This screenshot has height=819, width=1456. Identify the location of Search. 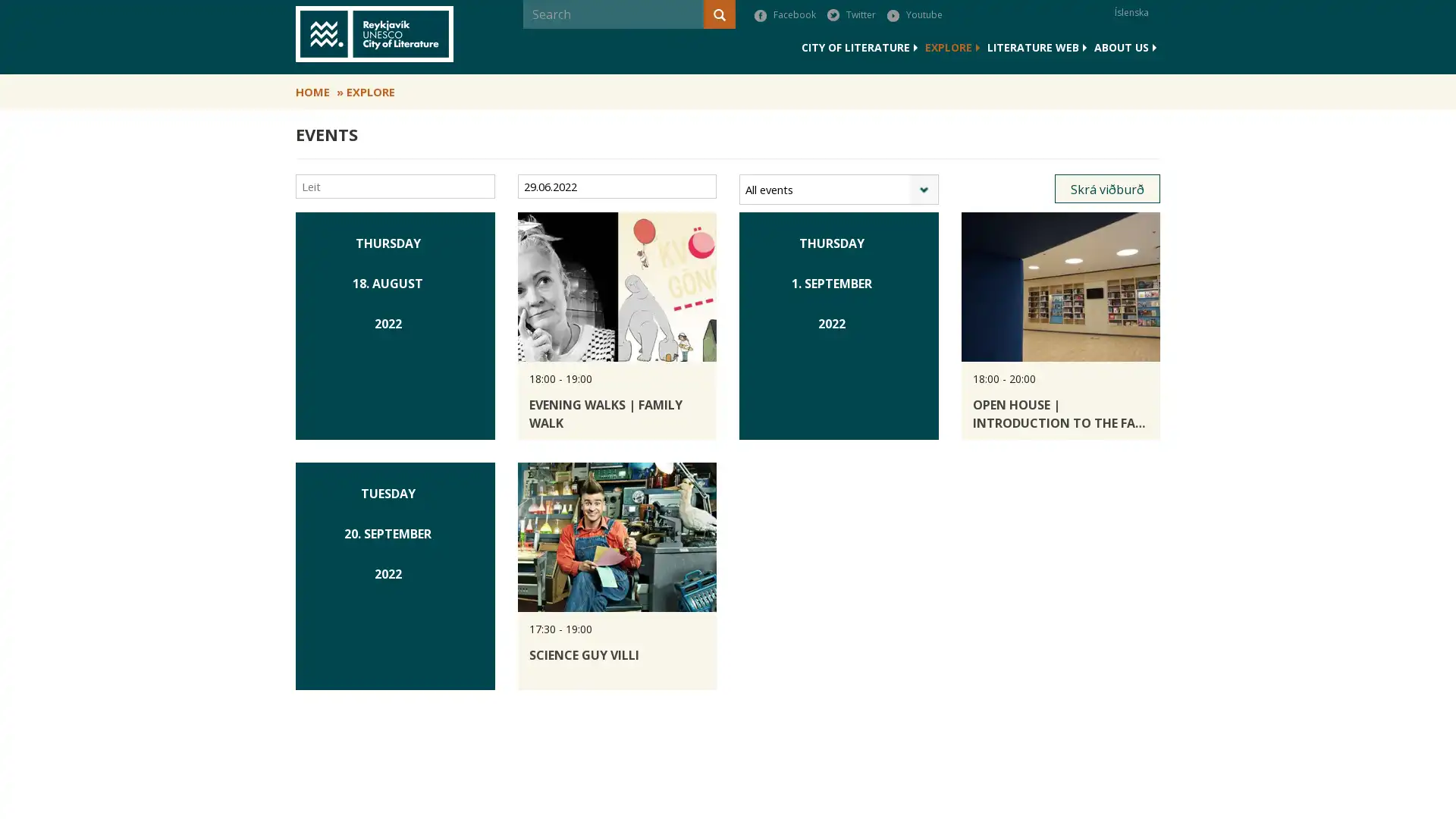
(524, 42).